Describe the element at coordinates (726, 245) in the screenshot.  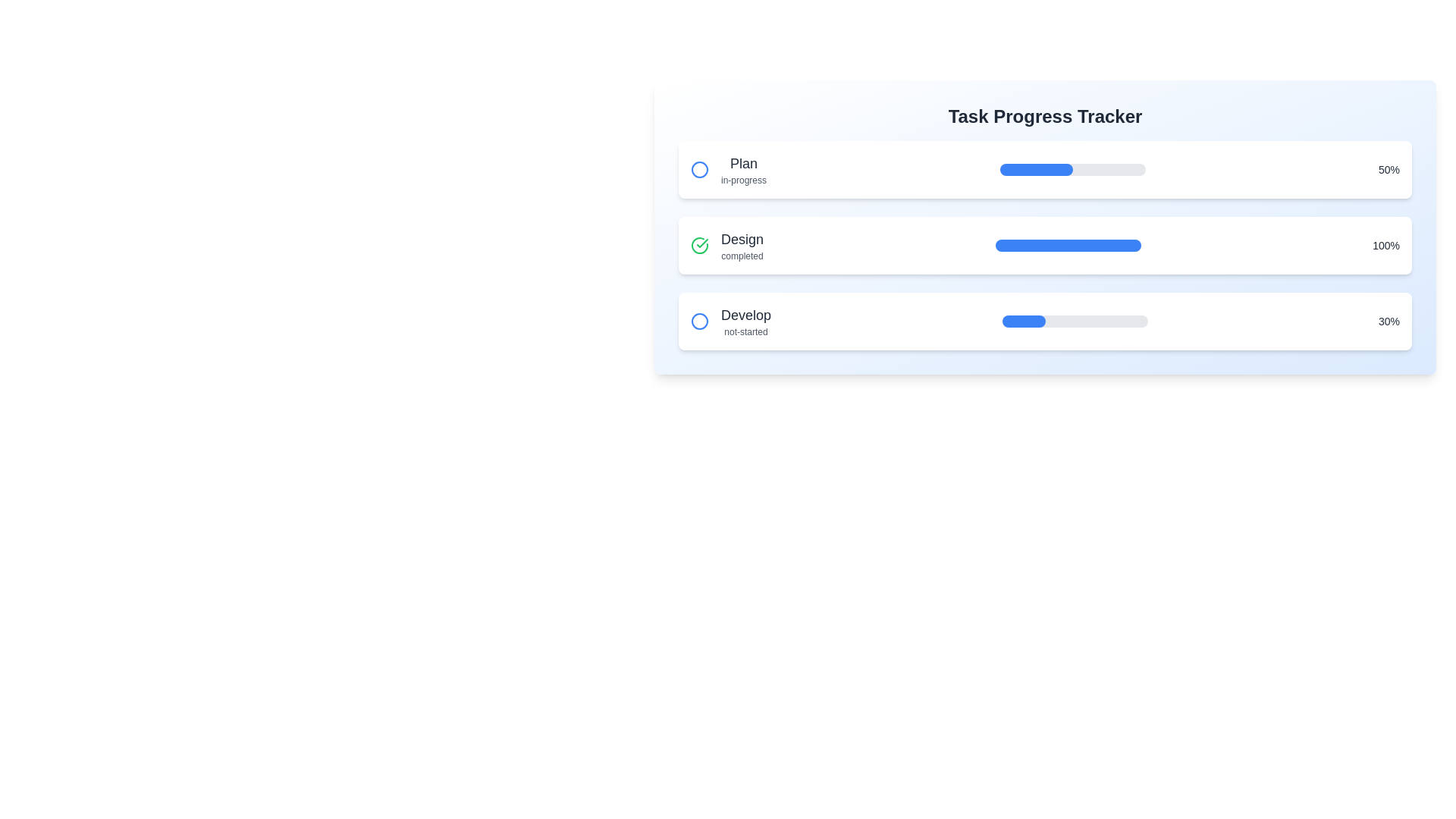
I see `the Composite element indicating task completion with a green checkmark and 'Design completed' text, located in the second progress block of the tracker` at that location.